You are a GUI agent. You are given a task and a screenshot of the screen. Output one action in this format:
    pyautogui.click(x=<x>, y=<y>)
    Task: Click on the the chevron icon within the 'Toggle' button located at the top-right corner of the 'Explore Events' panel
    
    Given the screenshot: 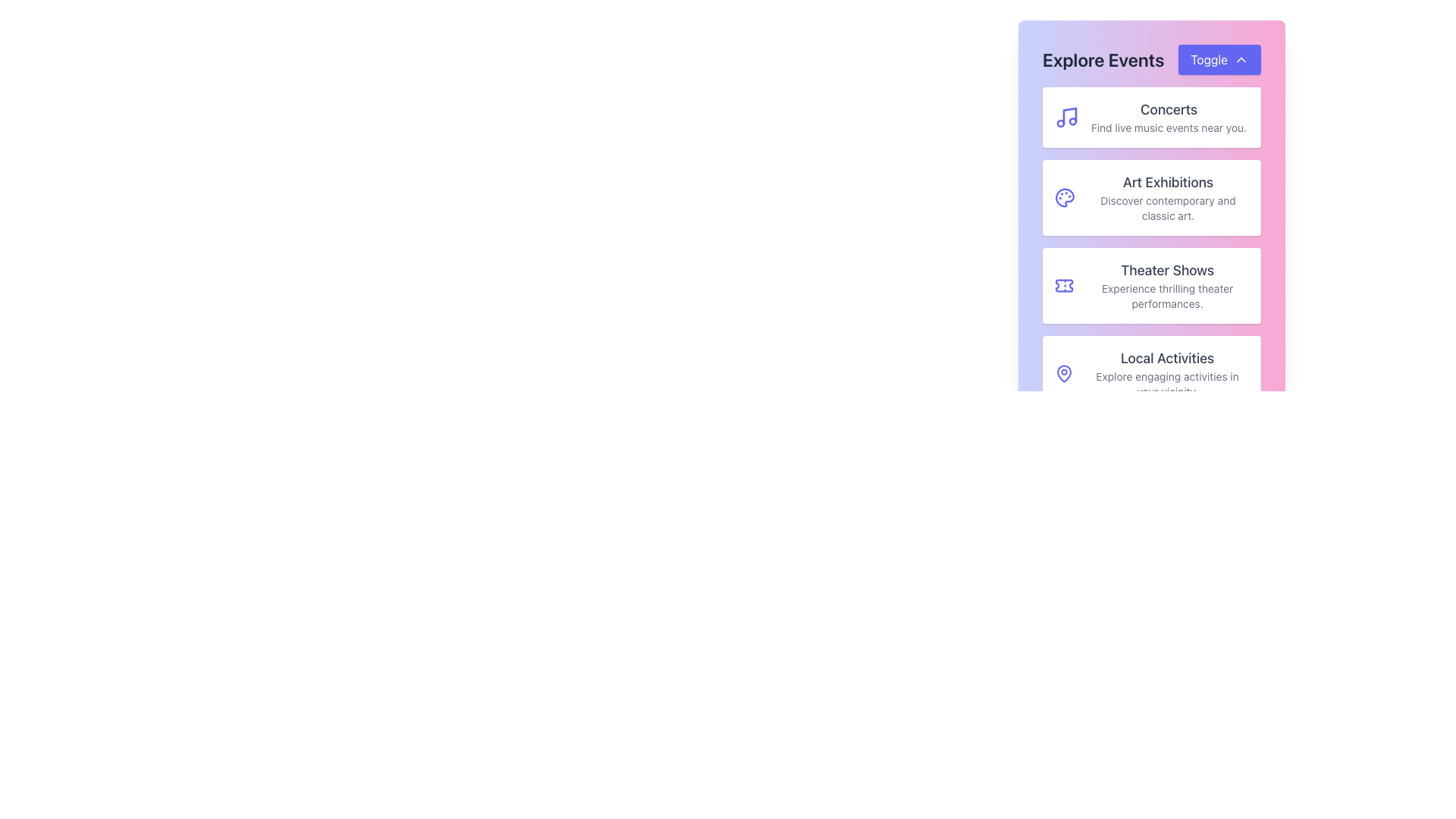 What is the action you would take?
    pyautogui.click(x=1241, y=58)
    